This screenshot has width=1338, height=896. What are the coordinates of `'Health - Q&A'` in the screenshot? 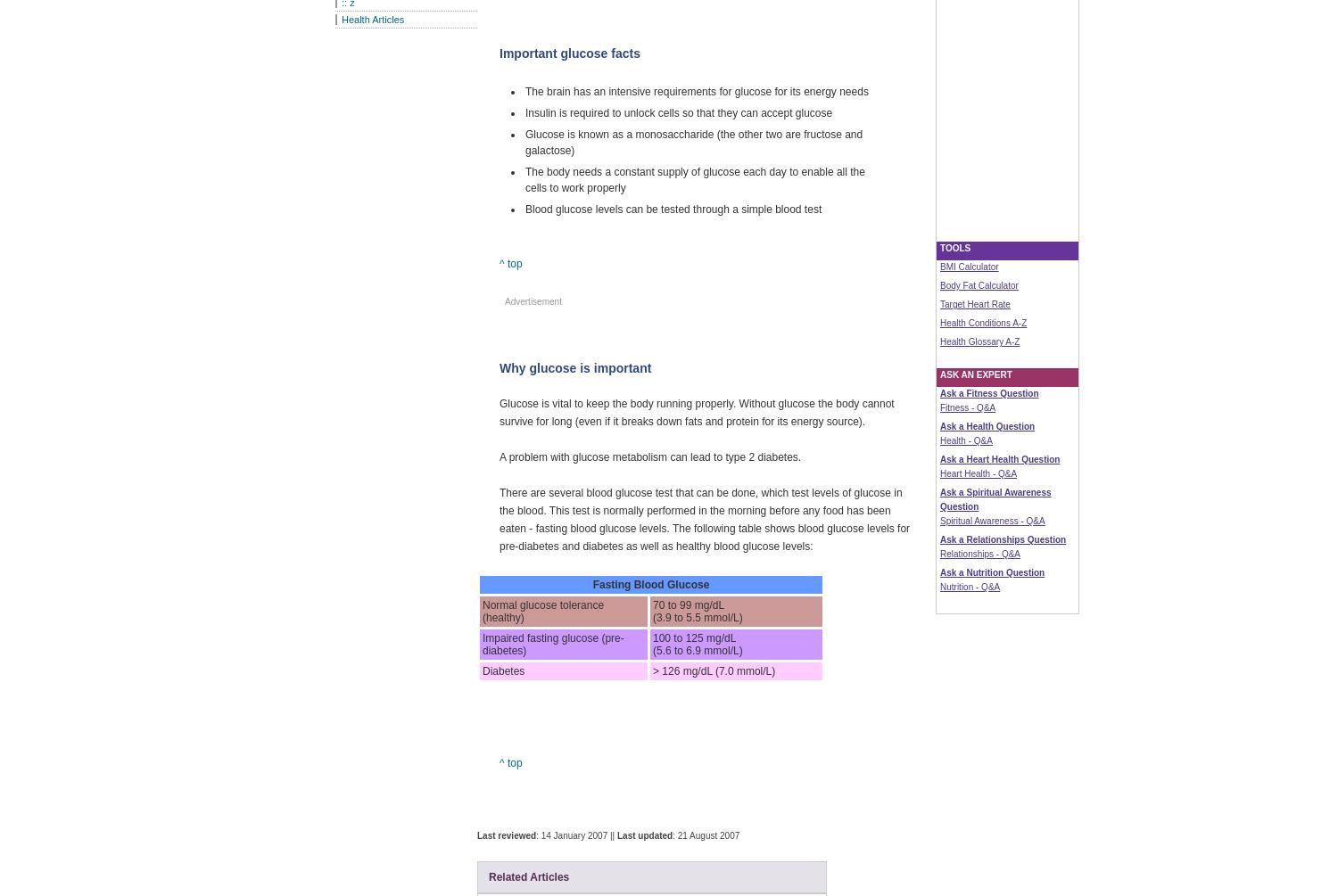 It's located at (965, 440).